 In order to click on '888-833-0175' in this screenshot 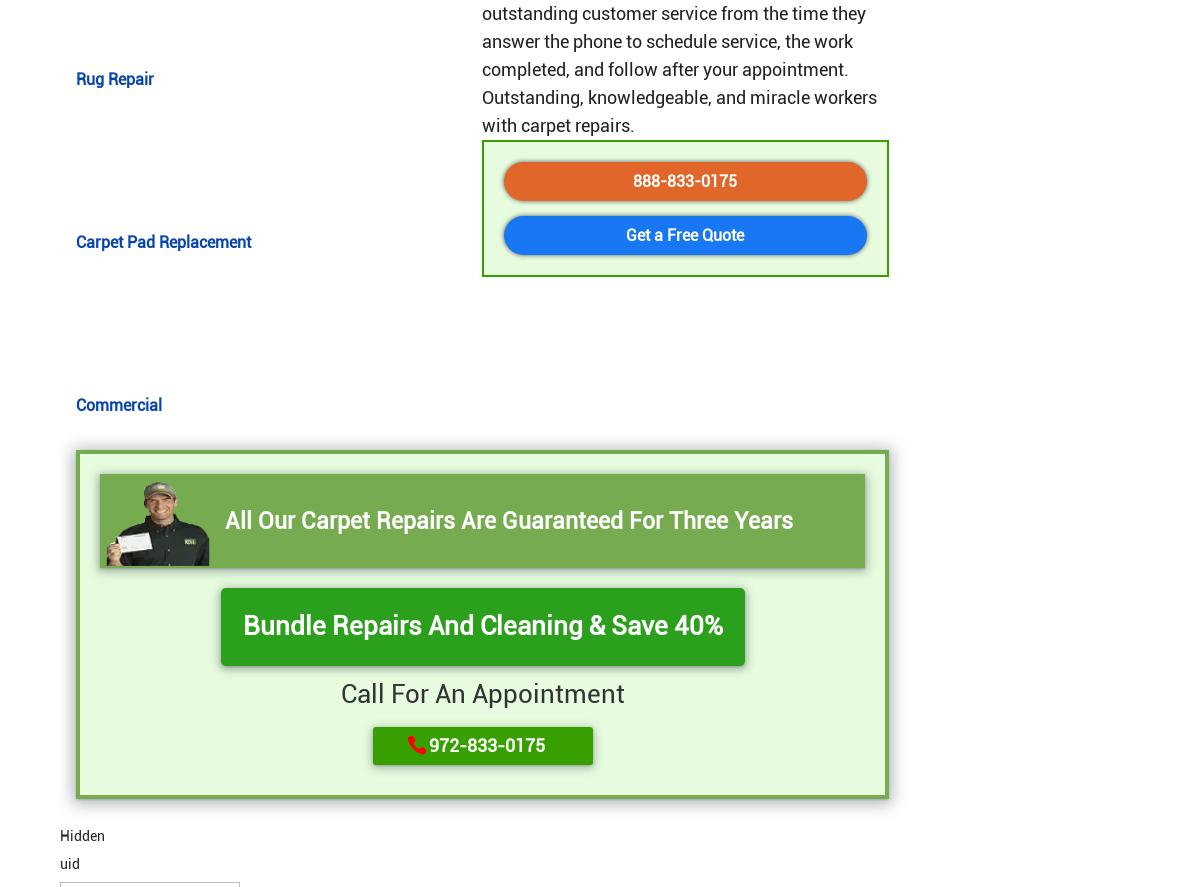, I will do `click(684, 179)`.